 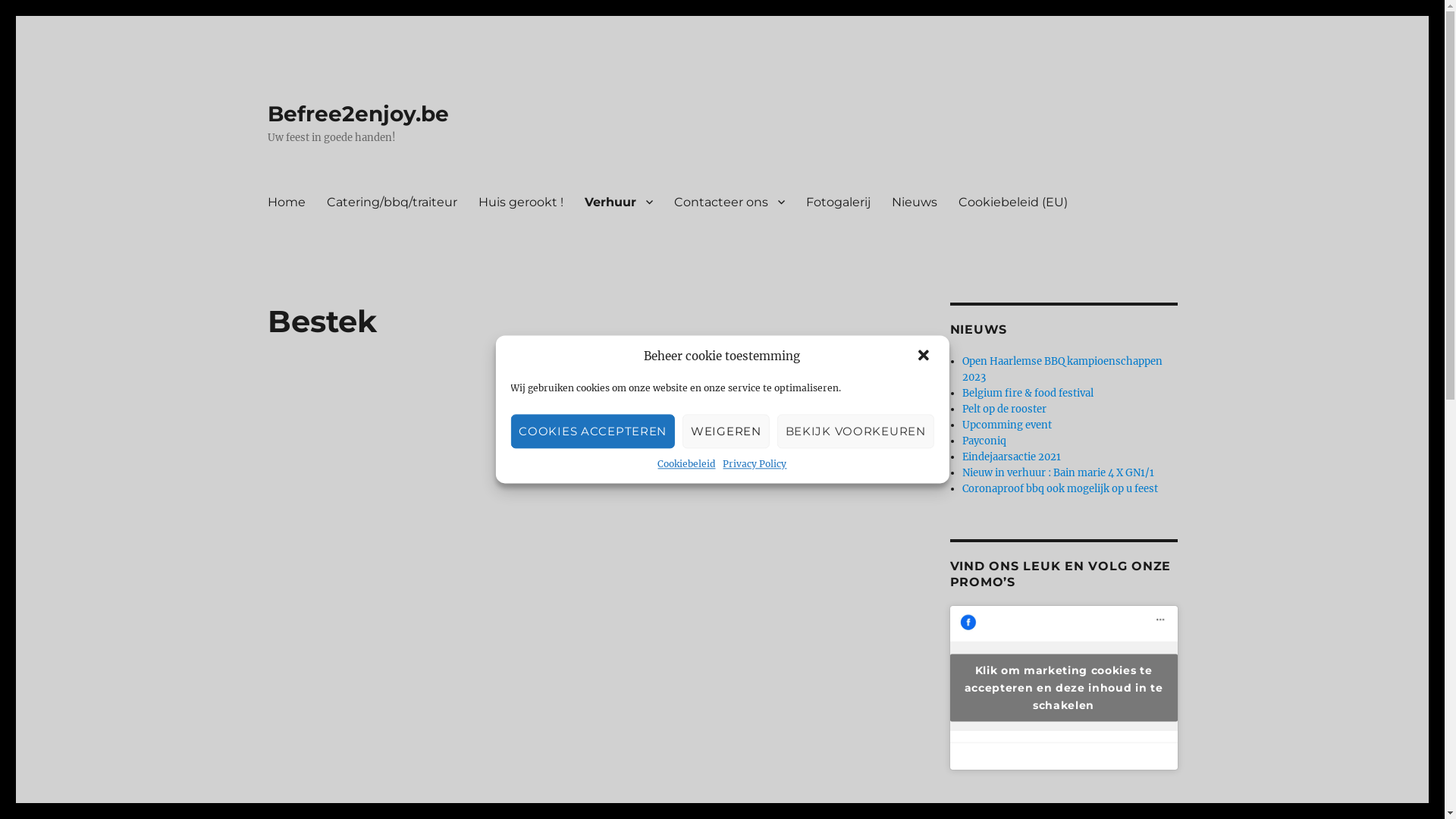 I want to click on 'Coronaproof bbq ook mogelijk op u feest', so click(x=1059, y=488).